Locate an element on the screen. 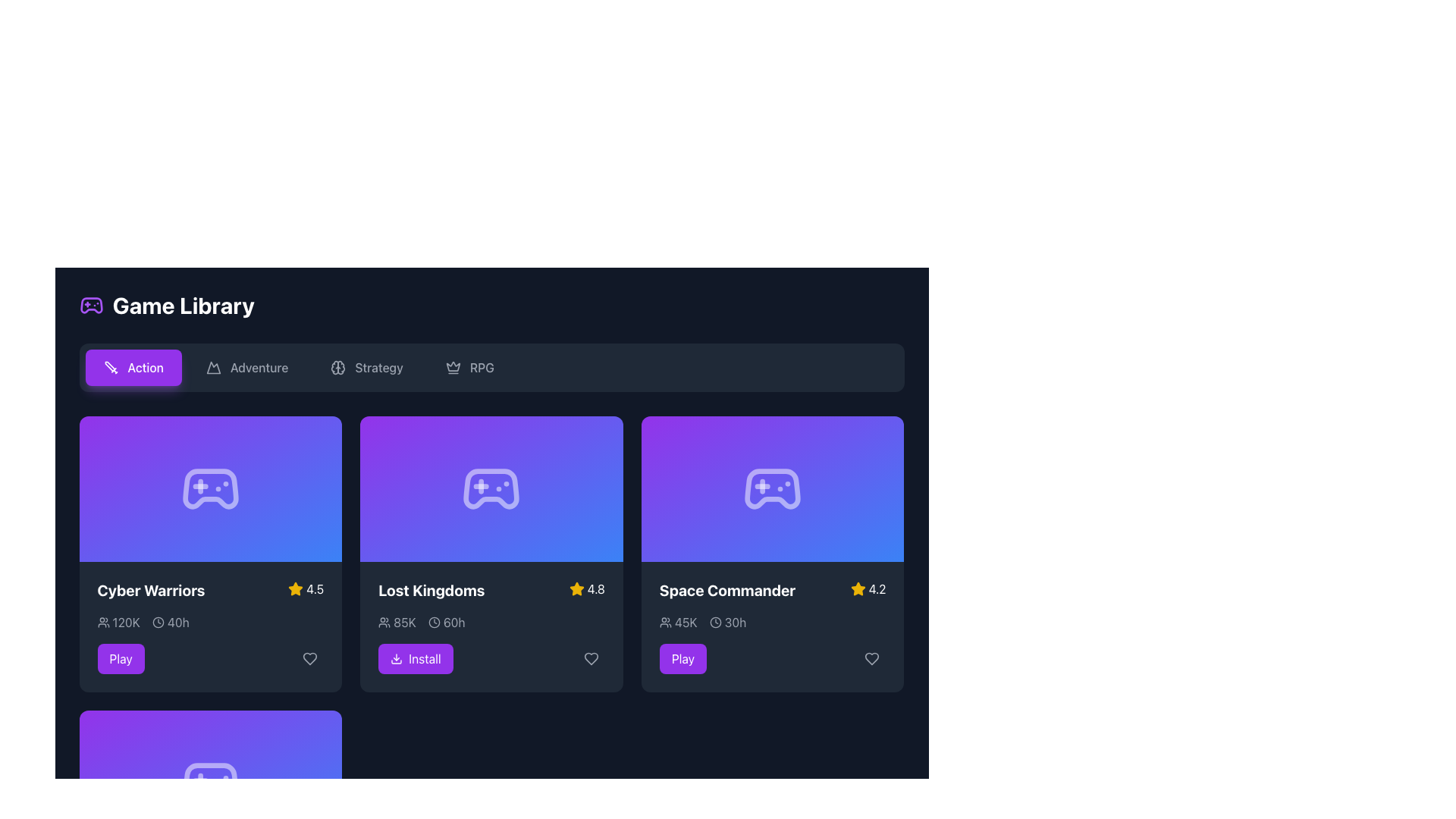 The image size is (1456, 819). the 'Space Commander' game icon located in the third card of the horizontal row is located at coordinates (773, 488).